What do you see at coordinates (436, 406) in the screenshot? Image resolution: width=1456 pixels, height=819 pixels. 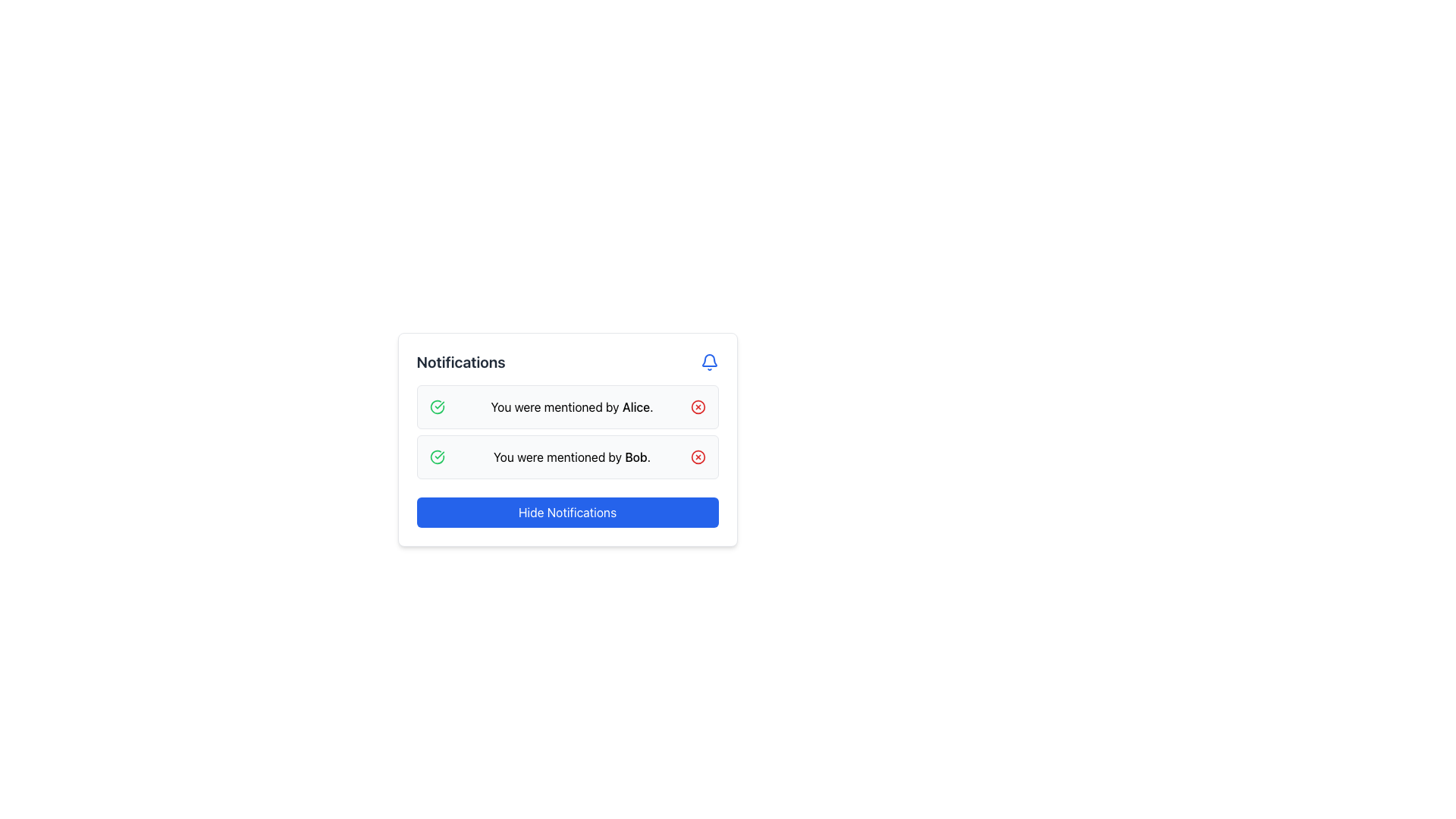 I see `the green circular icon with a checkmark inside it, located in the second notification item of a list adjacent to the text 'You were mentioned by Bob.'` at bounding box center [436, 406].